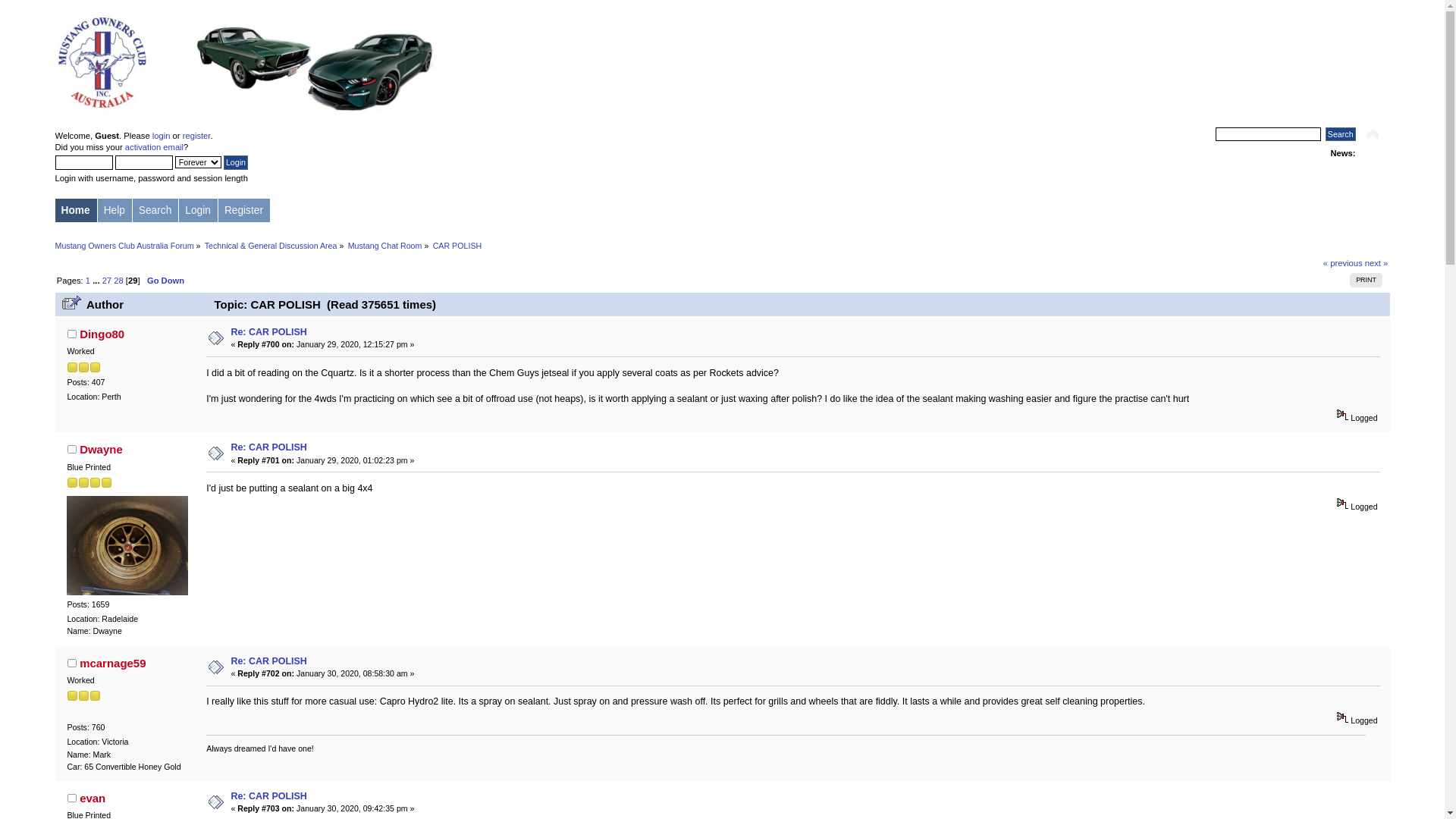 The image size is (1456, 819). Describe the element at coordinates (1340, 133) in the screenshot. I see `'Search'` at that location.